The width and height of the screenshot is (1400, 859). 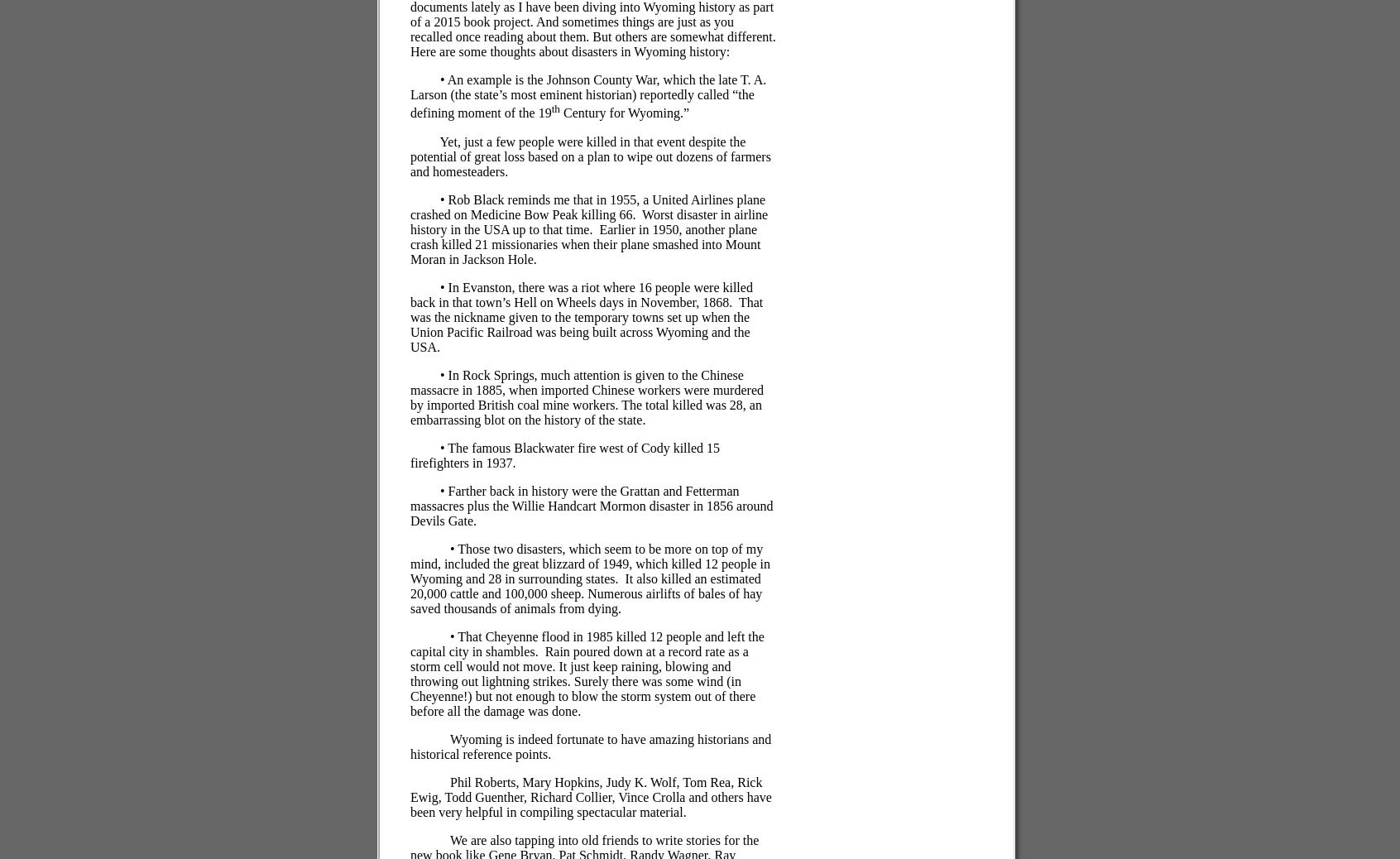 What do you see at coordinates (550, 108) in the screenshot?
I see `'th'` at bounding box center [550, 108].